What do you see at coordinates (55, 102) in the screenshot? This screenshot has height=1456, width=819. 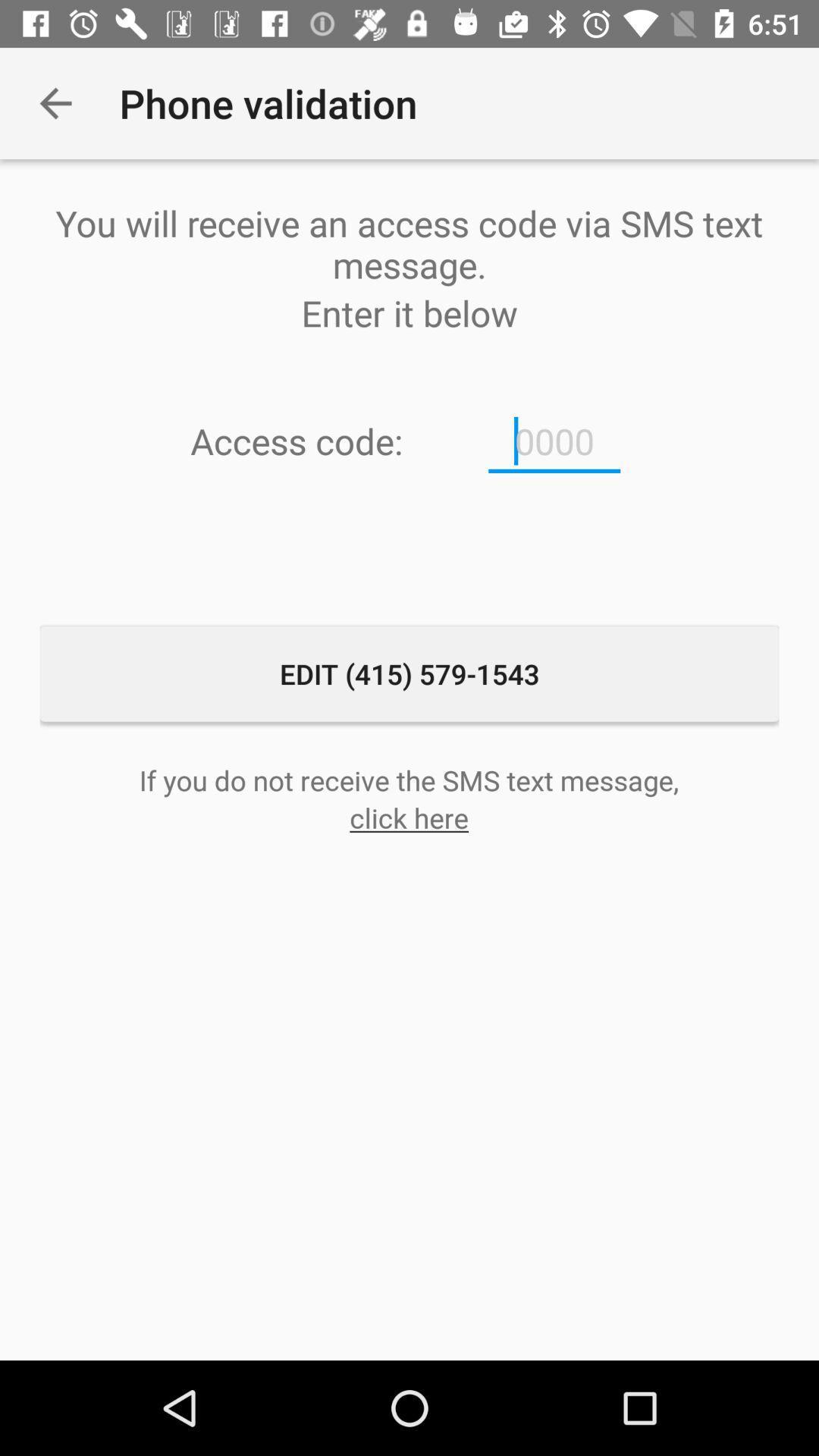 I see `item to the left of the phone validation item` at bounding box center [55, 102].